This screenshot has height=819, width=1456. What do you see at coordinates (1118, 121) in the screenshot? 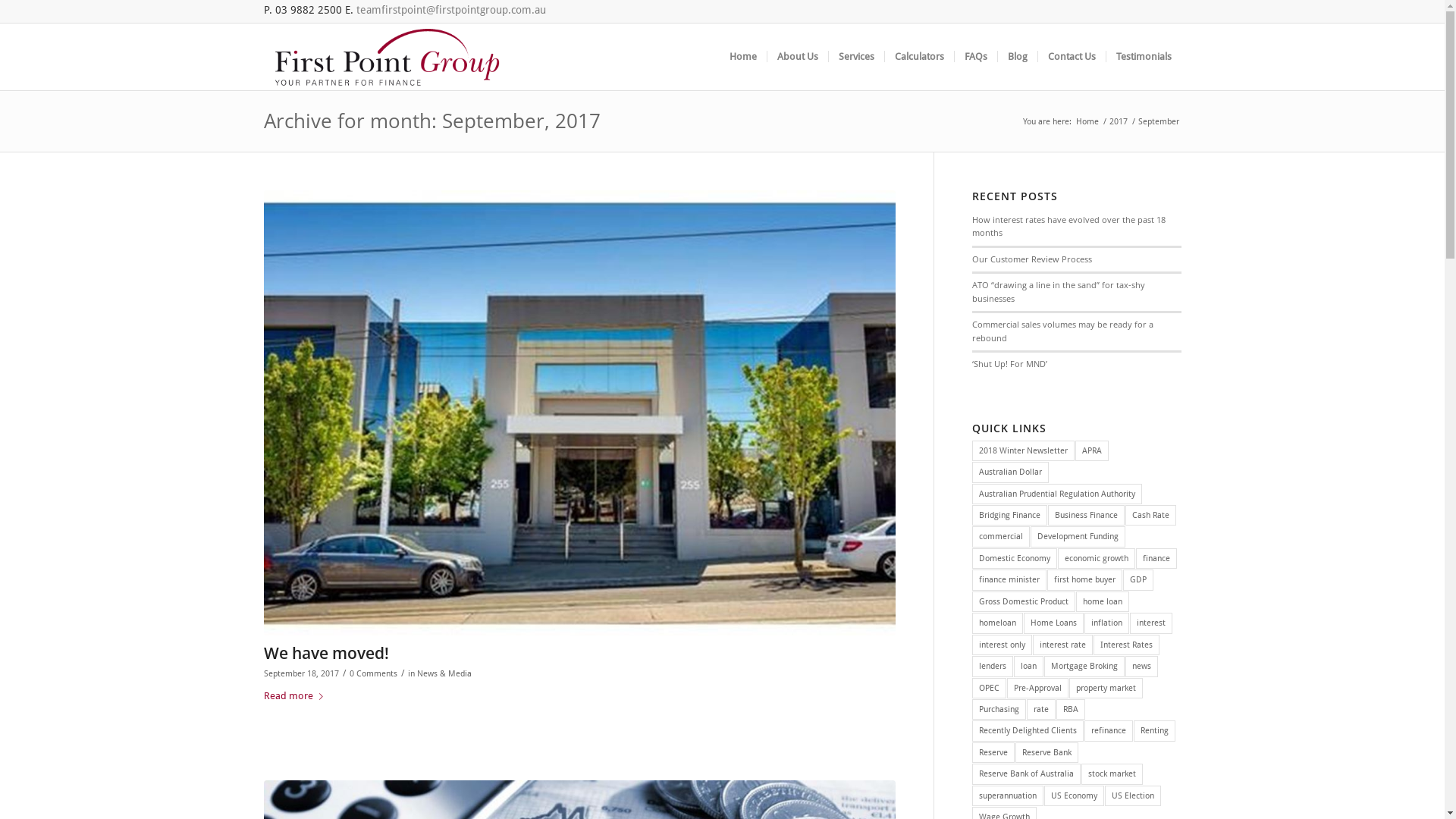
I see `'2017'` at bounding box center [1118, 121].